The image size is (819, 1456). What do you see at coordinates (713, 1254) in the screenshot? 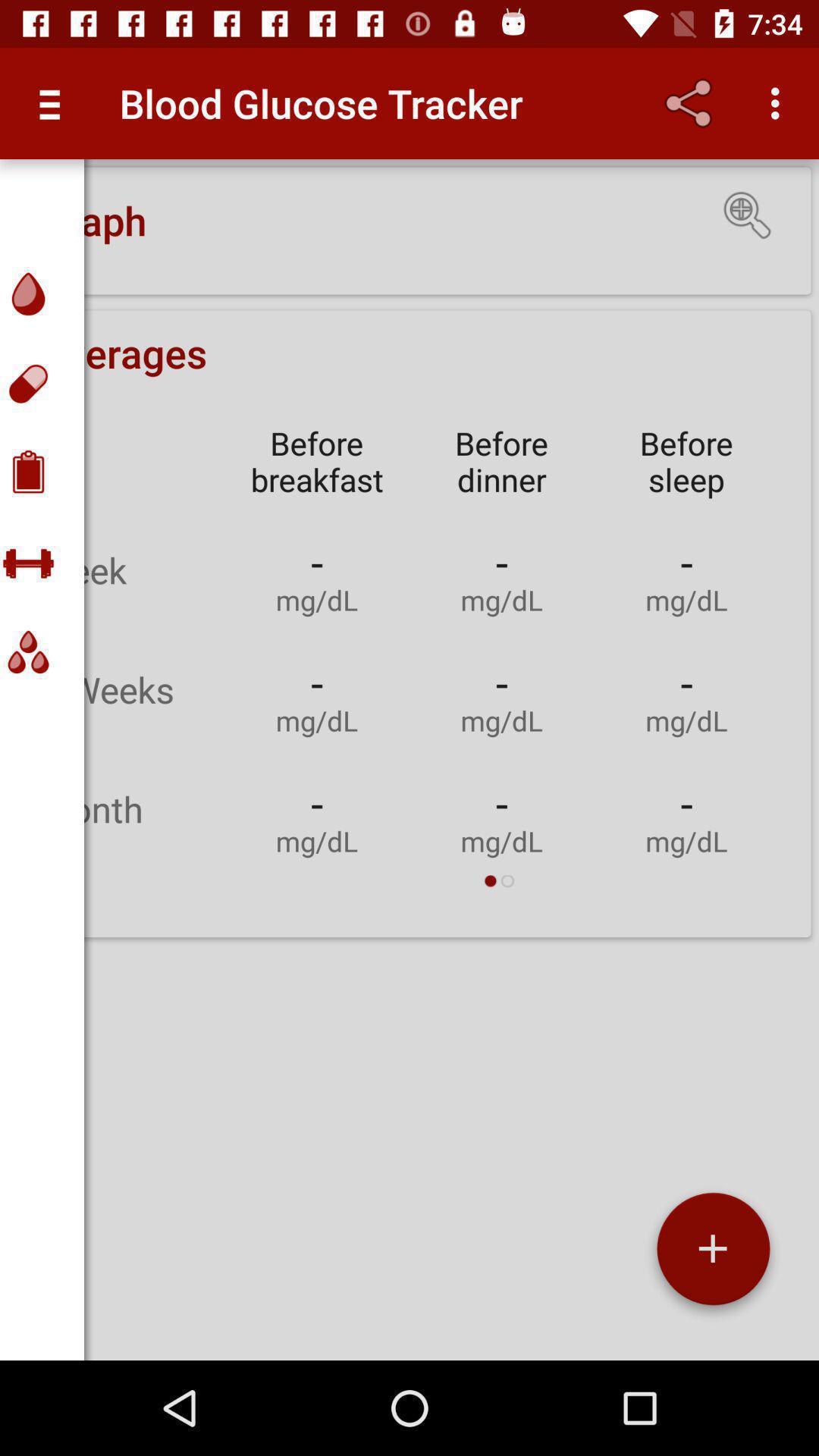
I see `the add icon` at bounding box center [713, 1254].